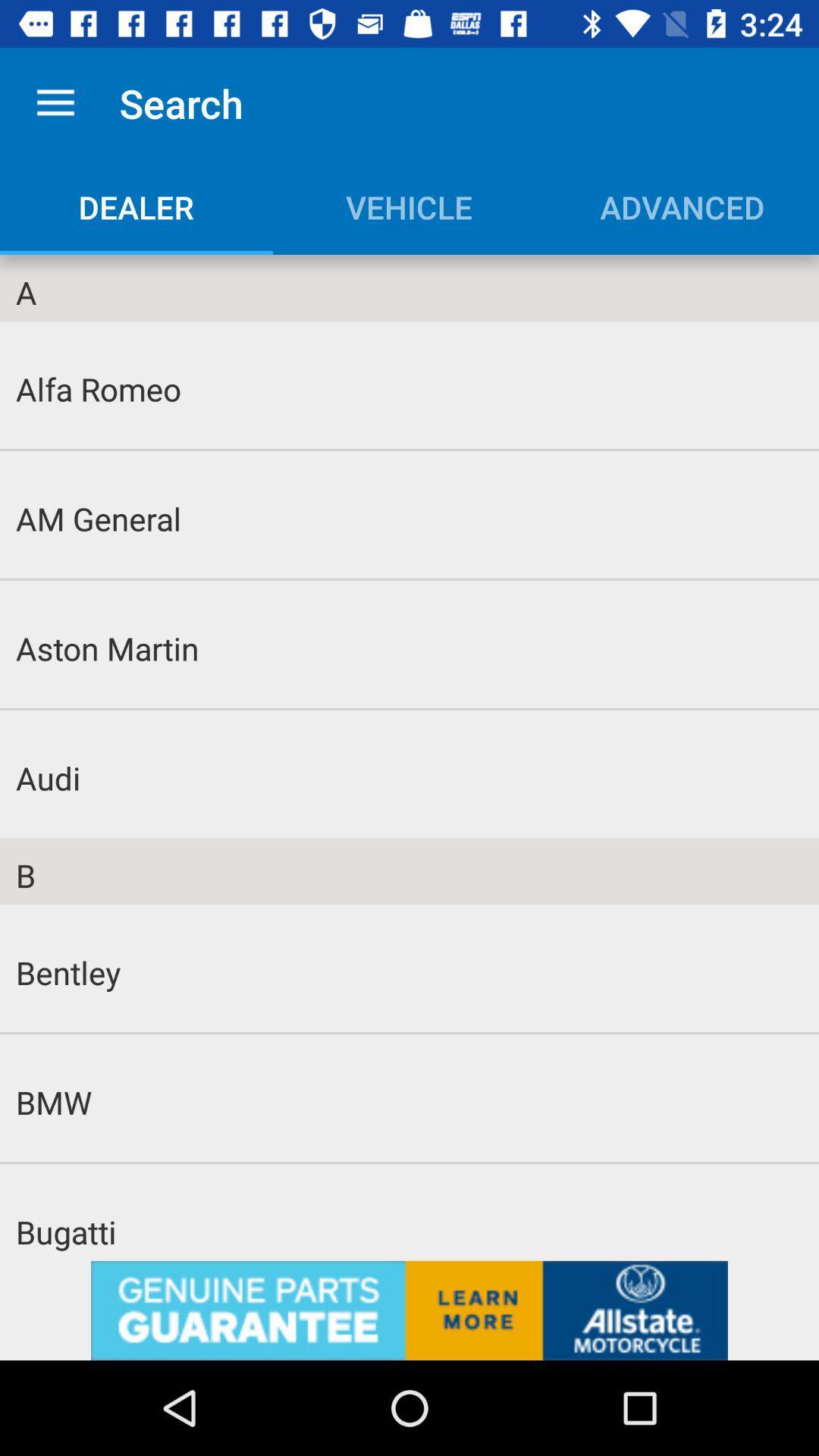 This screenshot has height=1456, width=819. Describe the element at coordinates (409, 1310) in the screenshot. I see `advertisement` at that location.